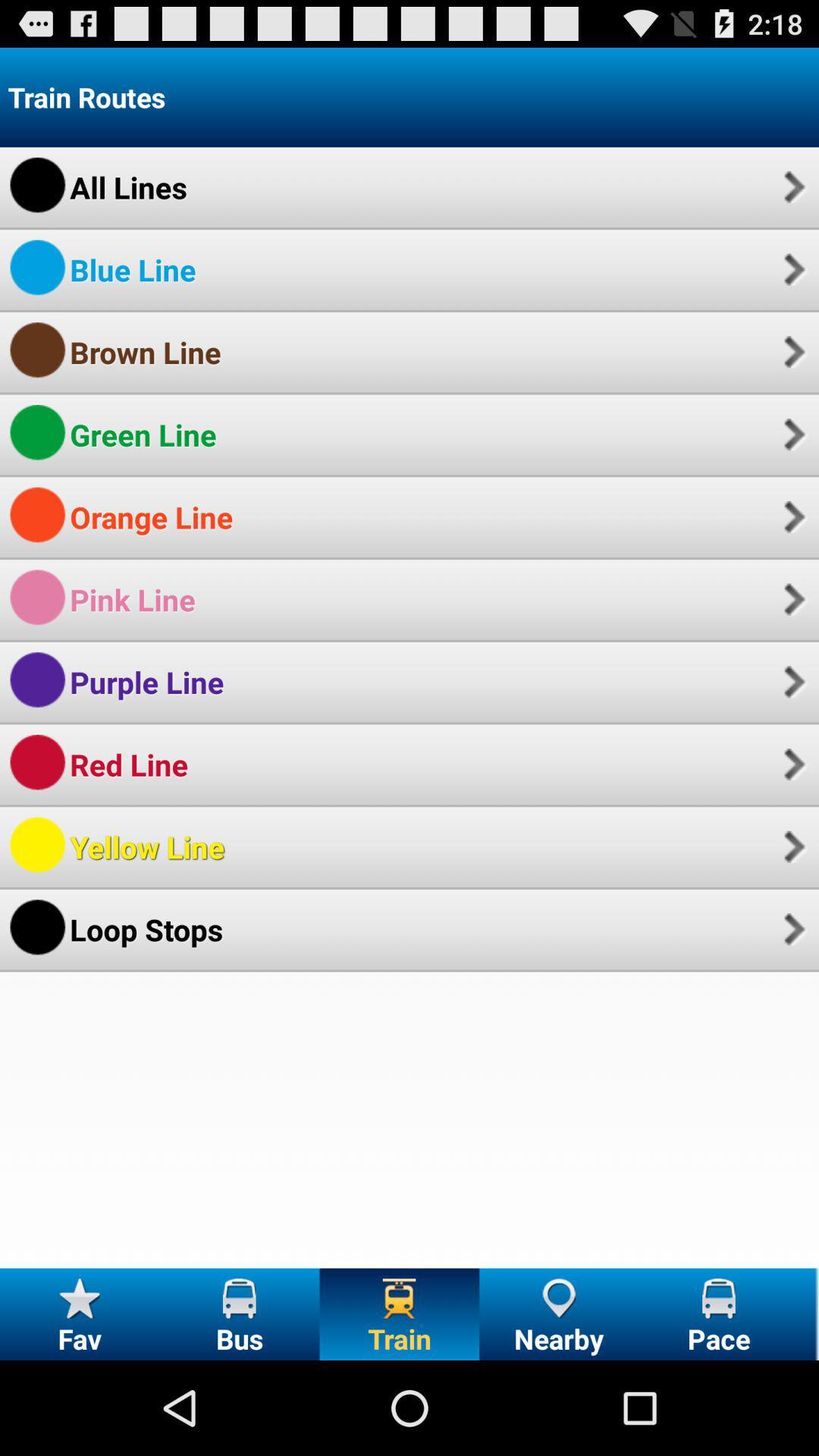  What do you see at coordinates (792, 764) in the screenshot?
I see `the app to the right of red line icon` at bounding box center [792, 764].